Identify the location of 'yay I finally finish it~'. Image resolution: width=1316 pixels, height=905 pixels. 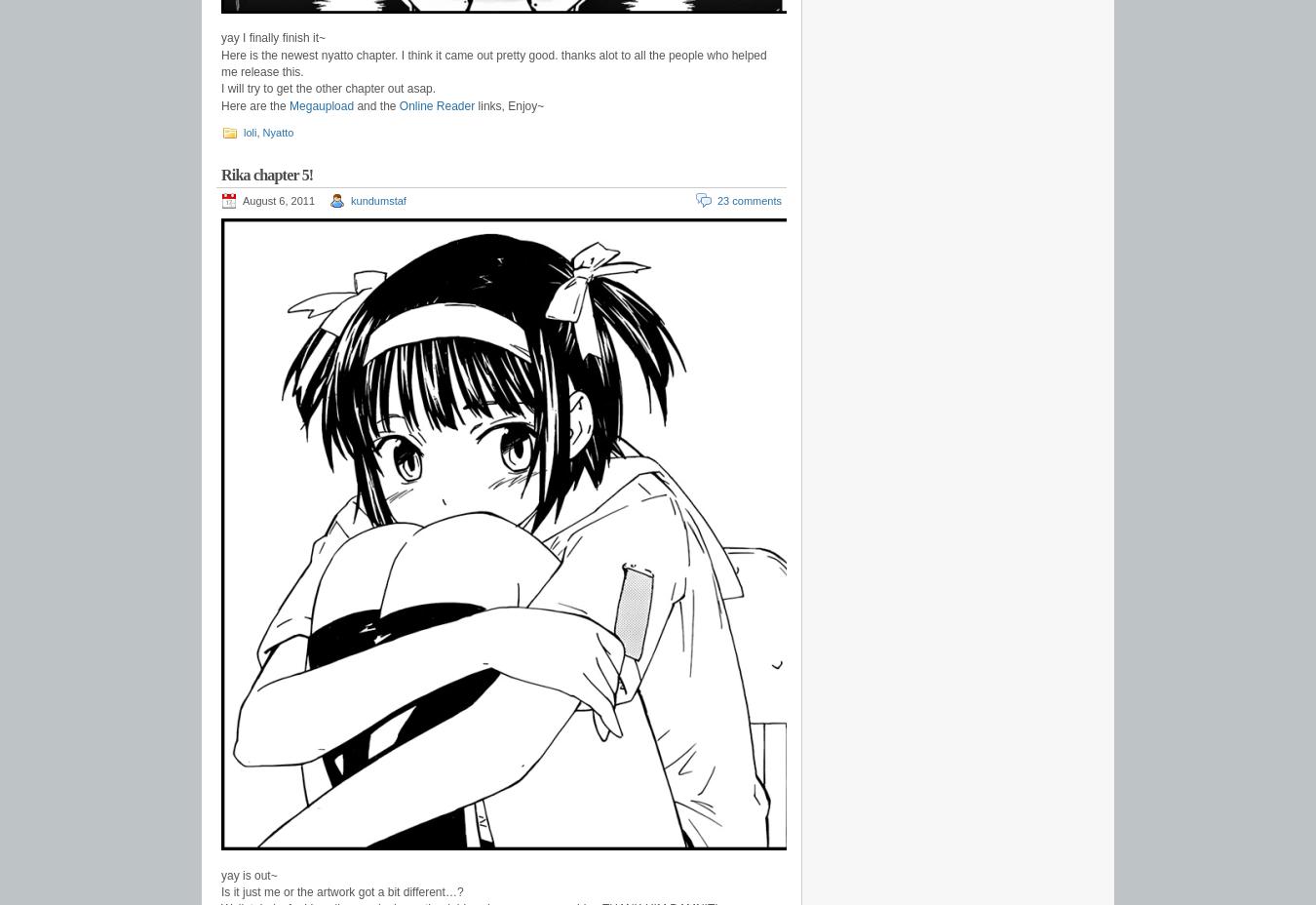
(272, 36).